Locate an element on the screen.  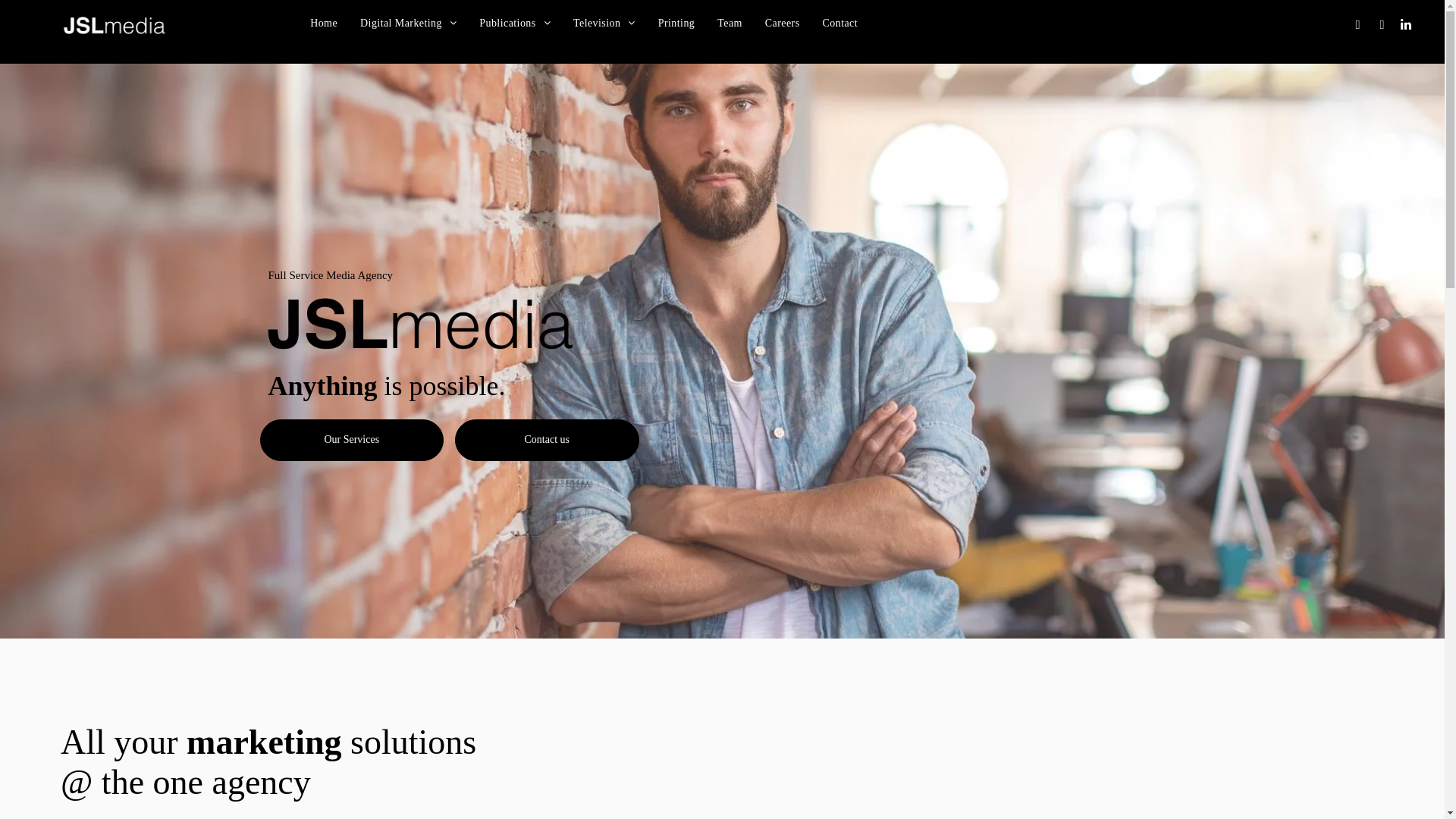
'Publications' is located at coordinates (514, 23).